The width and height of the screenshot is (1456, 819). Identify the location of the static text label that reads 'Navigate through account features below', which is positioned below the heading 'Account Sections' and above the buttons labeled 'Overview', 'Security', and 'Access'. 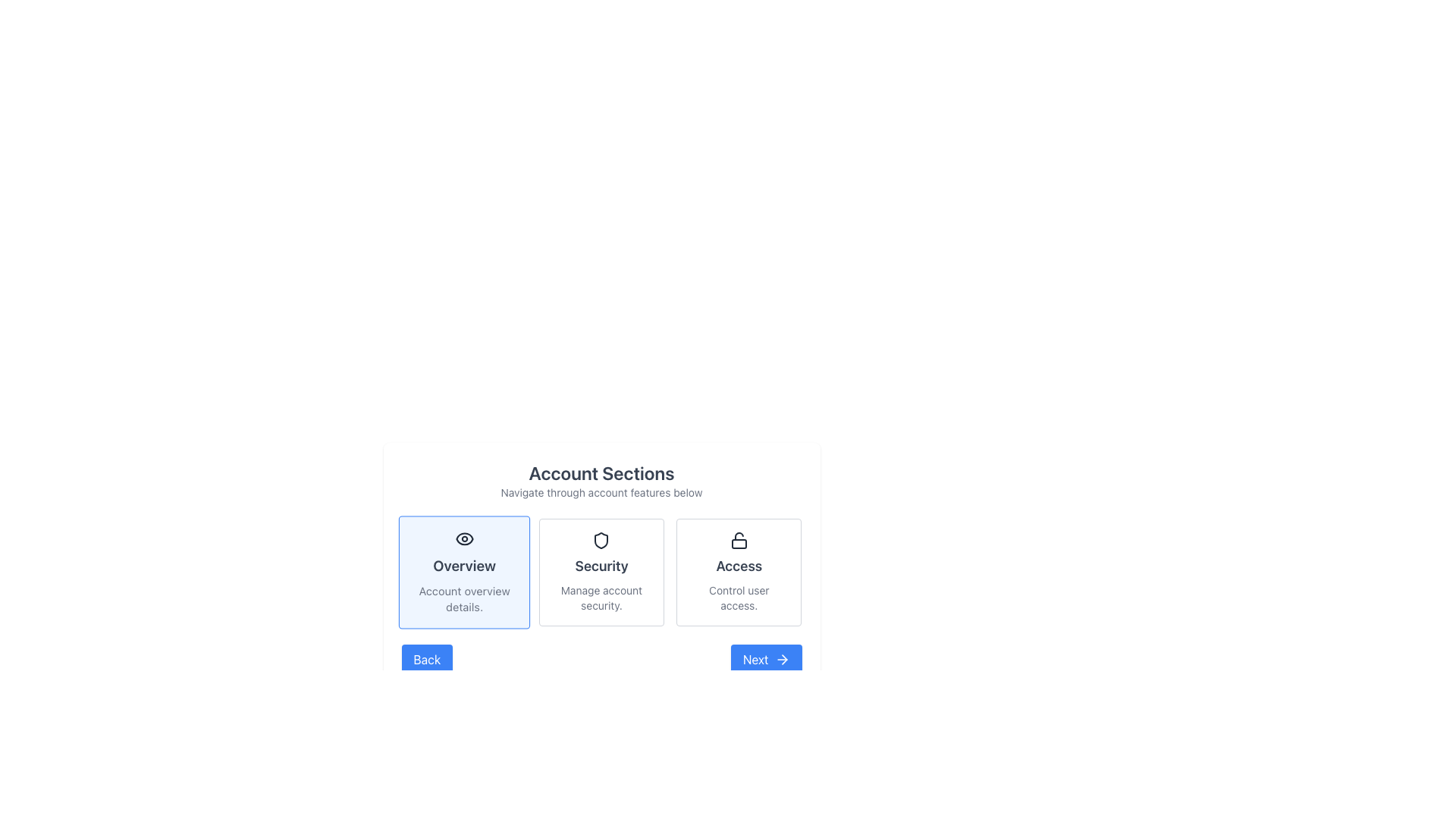
(601, 493).